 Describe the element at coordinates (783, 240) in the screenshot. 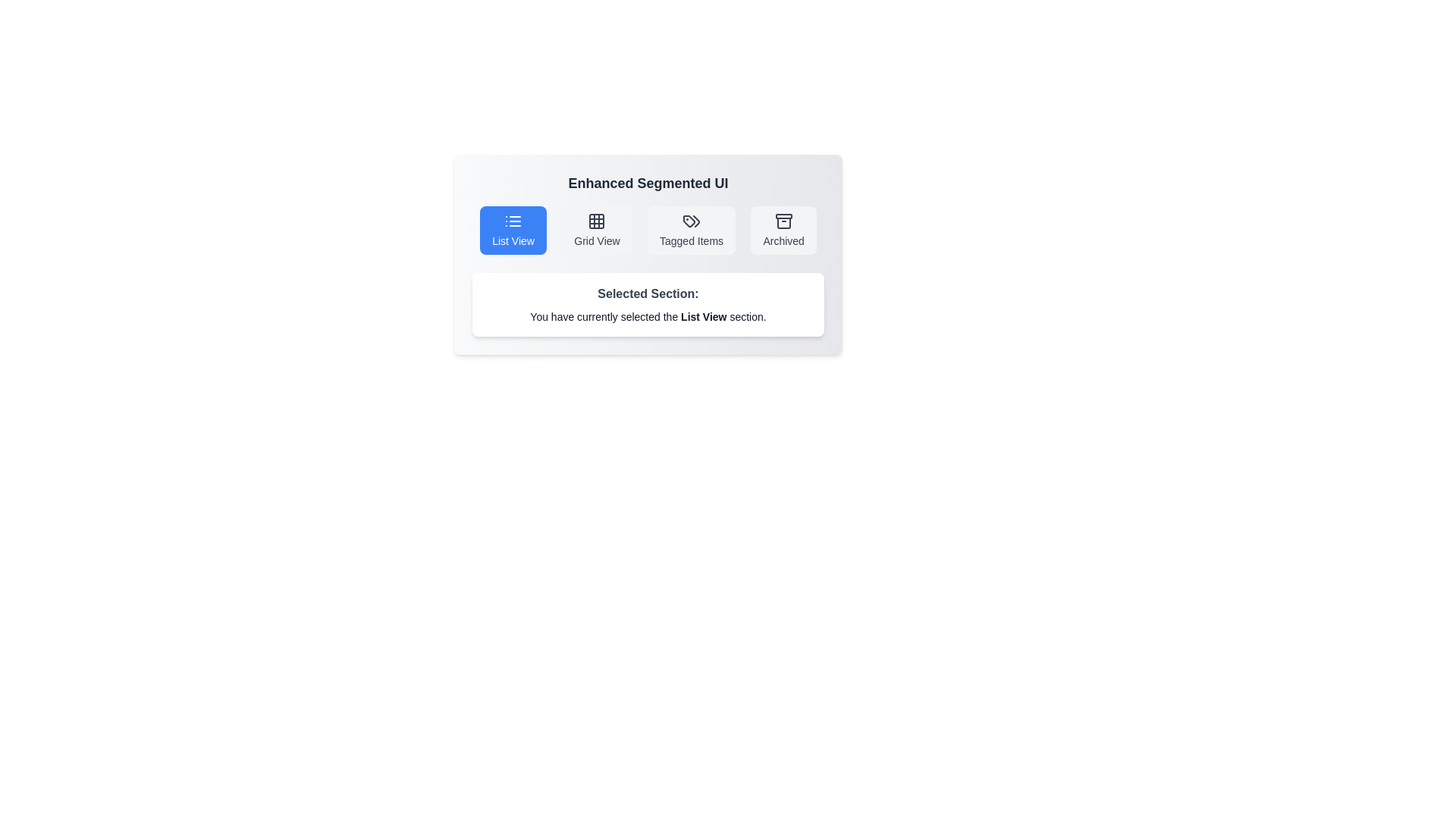

I see `the text label displaying 'Archived', which is located below the archive box icon in the control bar on the far right among four options` at that location.